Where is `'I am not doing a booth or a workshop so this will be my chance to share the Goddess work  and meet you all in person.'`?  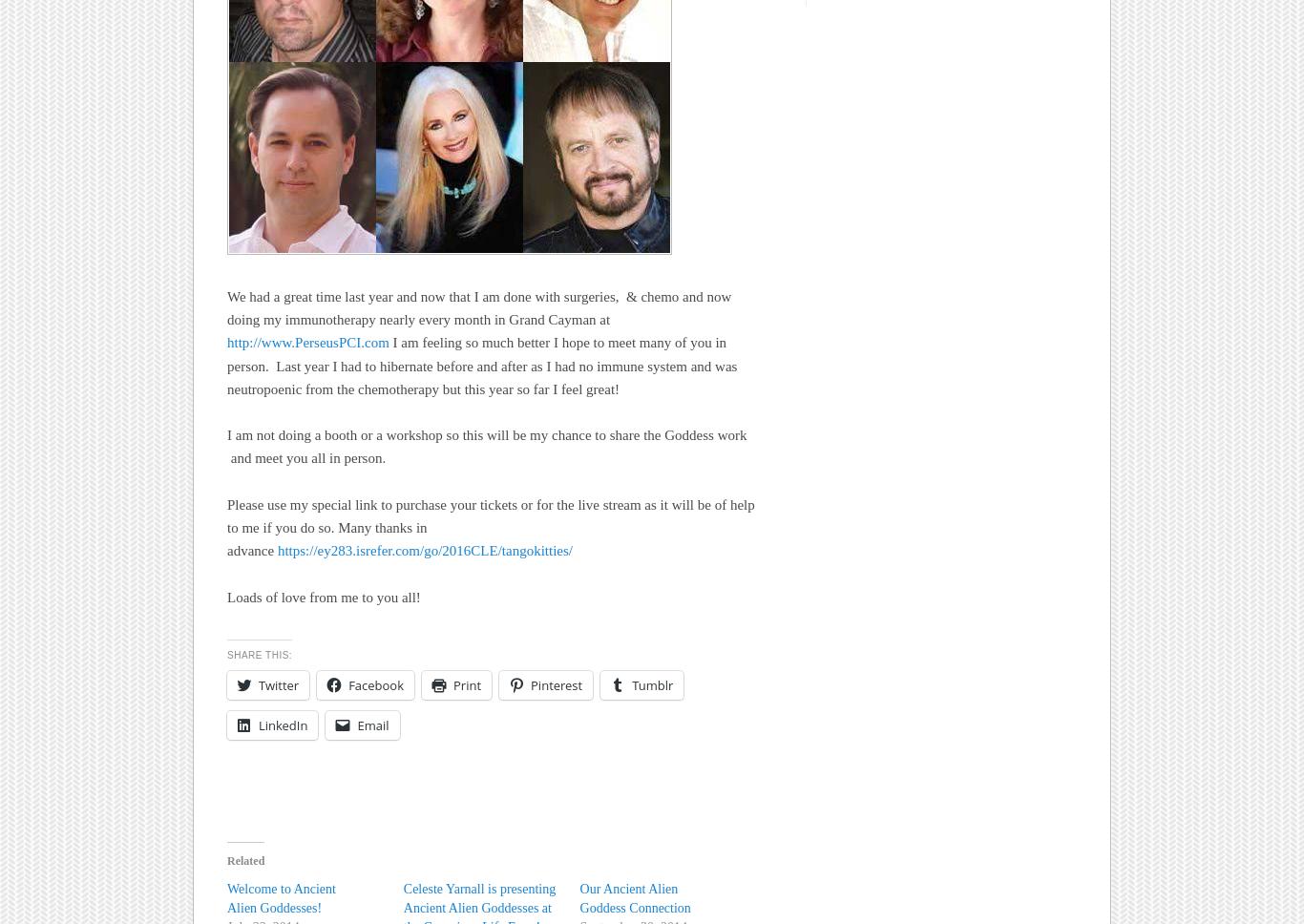 'I am not doing a booth or a workshop so this will be my chance to share the Goddess work  and meet you all in person.' is located at coordinates (487, 446).